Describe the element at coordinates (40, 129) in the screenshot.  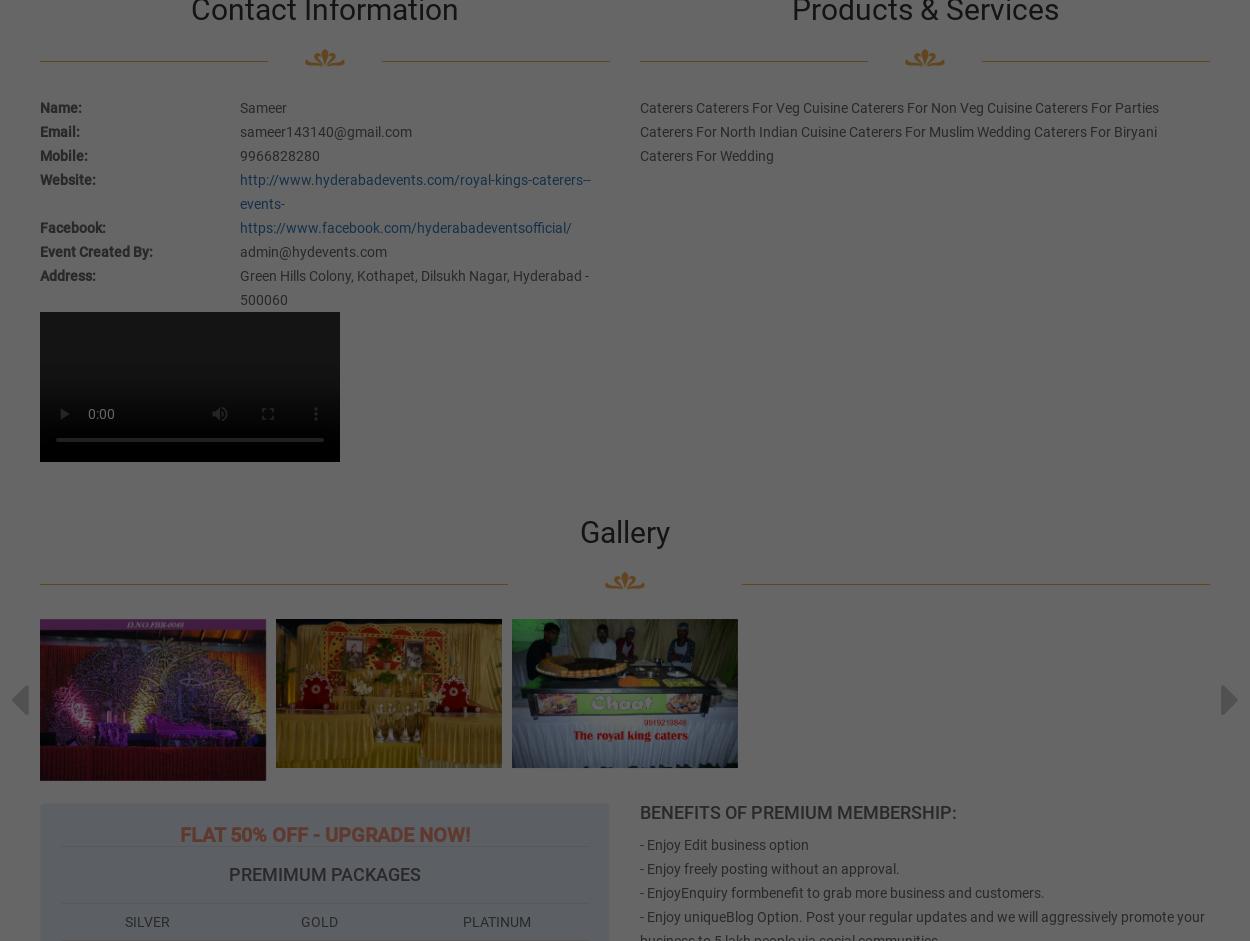
I see `'Email:'` at that location.